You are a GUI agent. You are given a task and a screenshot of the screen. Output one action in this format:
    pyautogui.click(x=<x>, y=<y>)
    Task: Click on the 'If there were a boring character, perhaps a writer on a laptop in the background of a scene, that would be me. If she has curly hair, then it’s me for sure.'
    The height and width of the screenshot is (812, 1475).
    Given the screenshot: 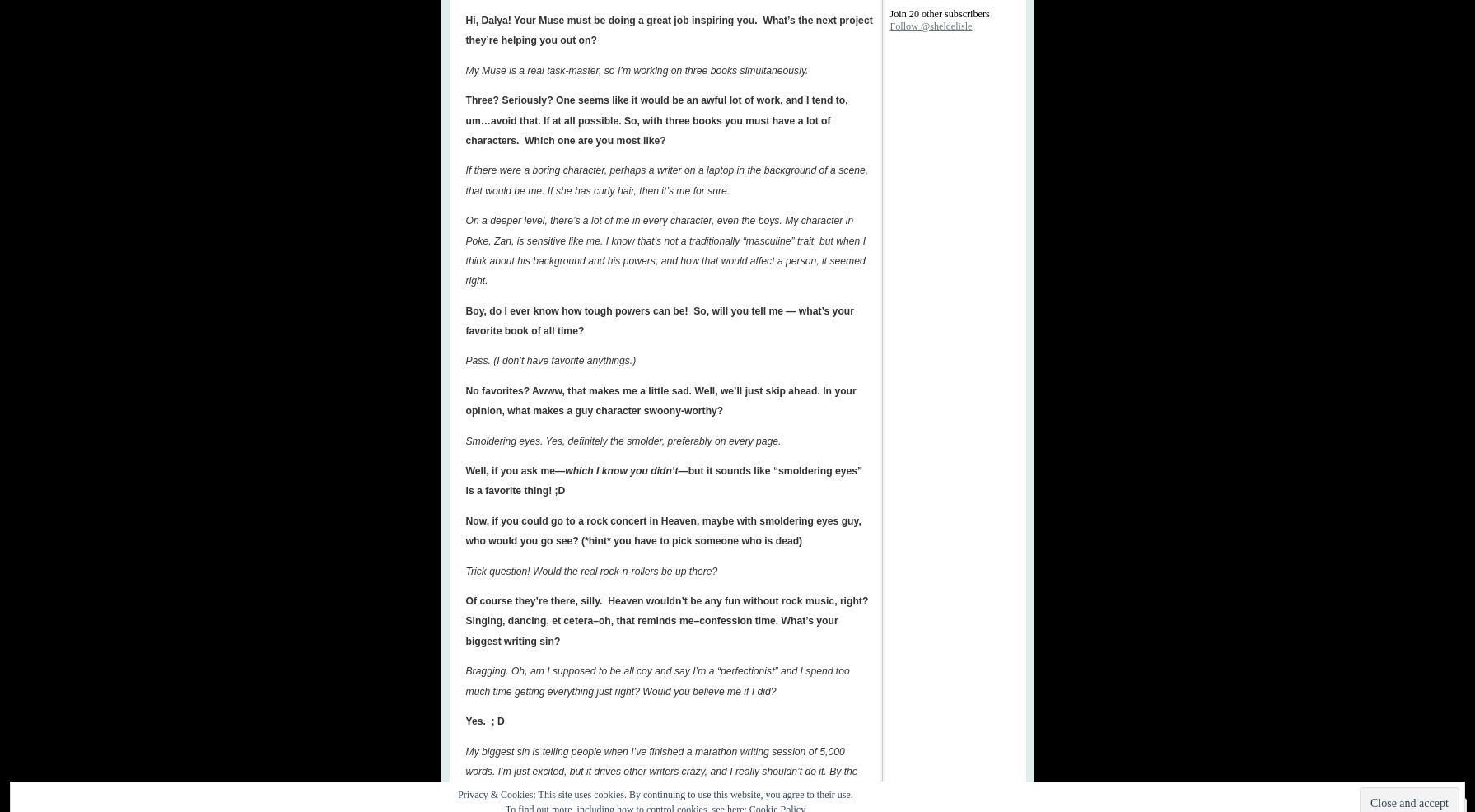 What is the action you would take?
    pyautogui.click(x=666, y=179)
    